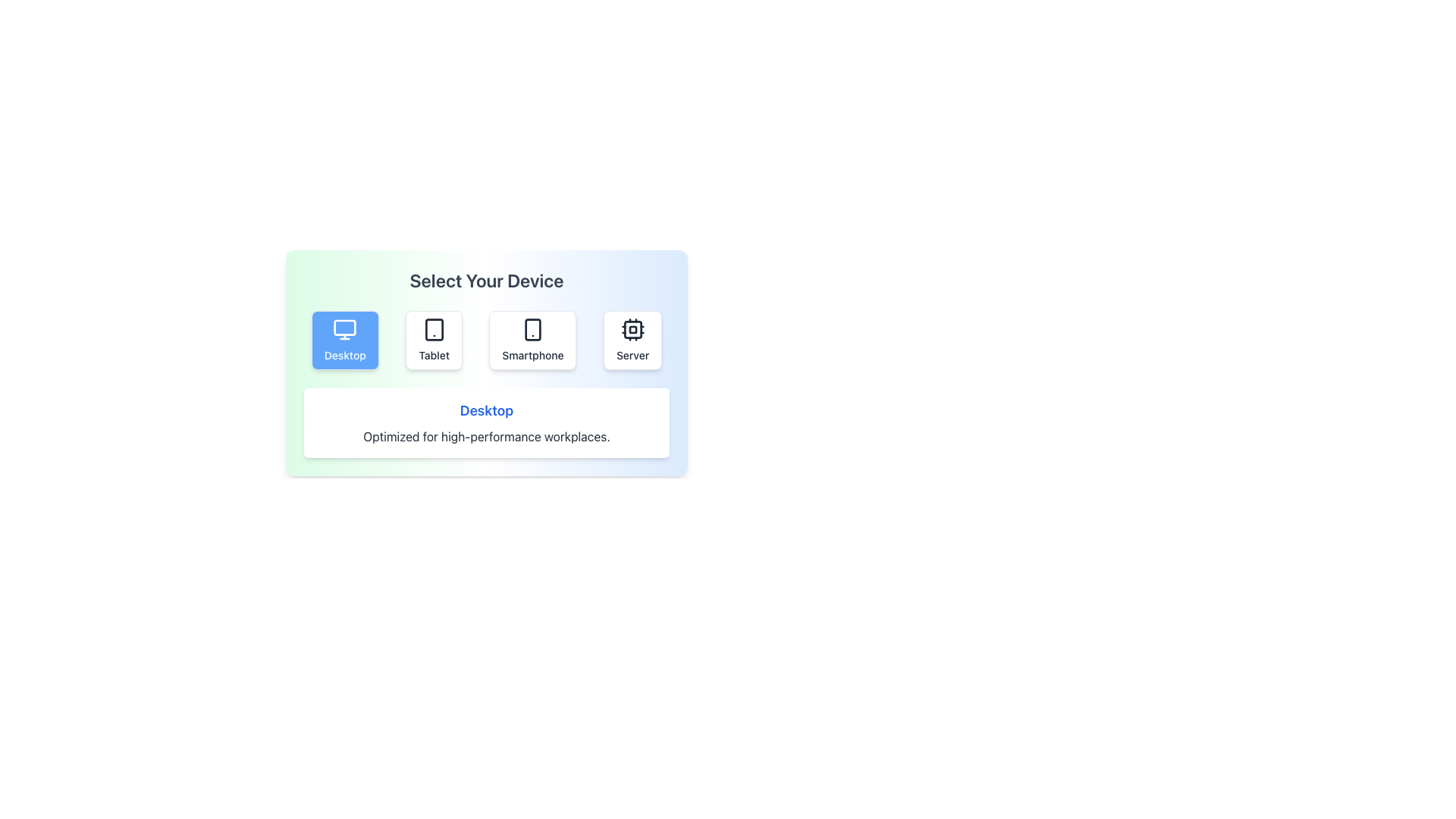 This screenshot has height=819, width=1456. I want to click on the 'Server' label in the device selection menu, which is positioned below the CPU icon representing the 'Server' option, so click(632, 356).